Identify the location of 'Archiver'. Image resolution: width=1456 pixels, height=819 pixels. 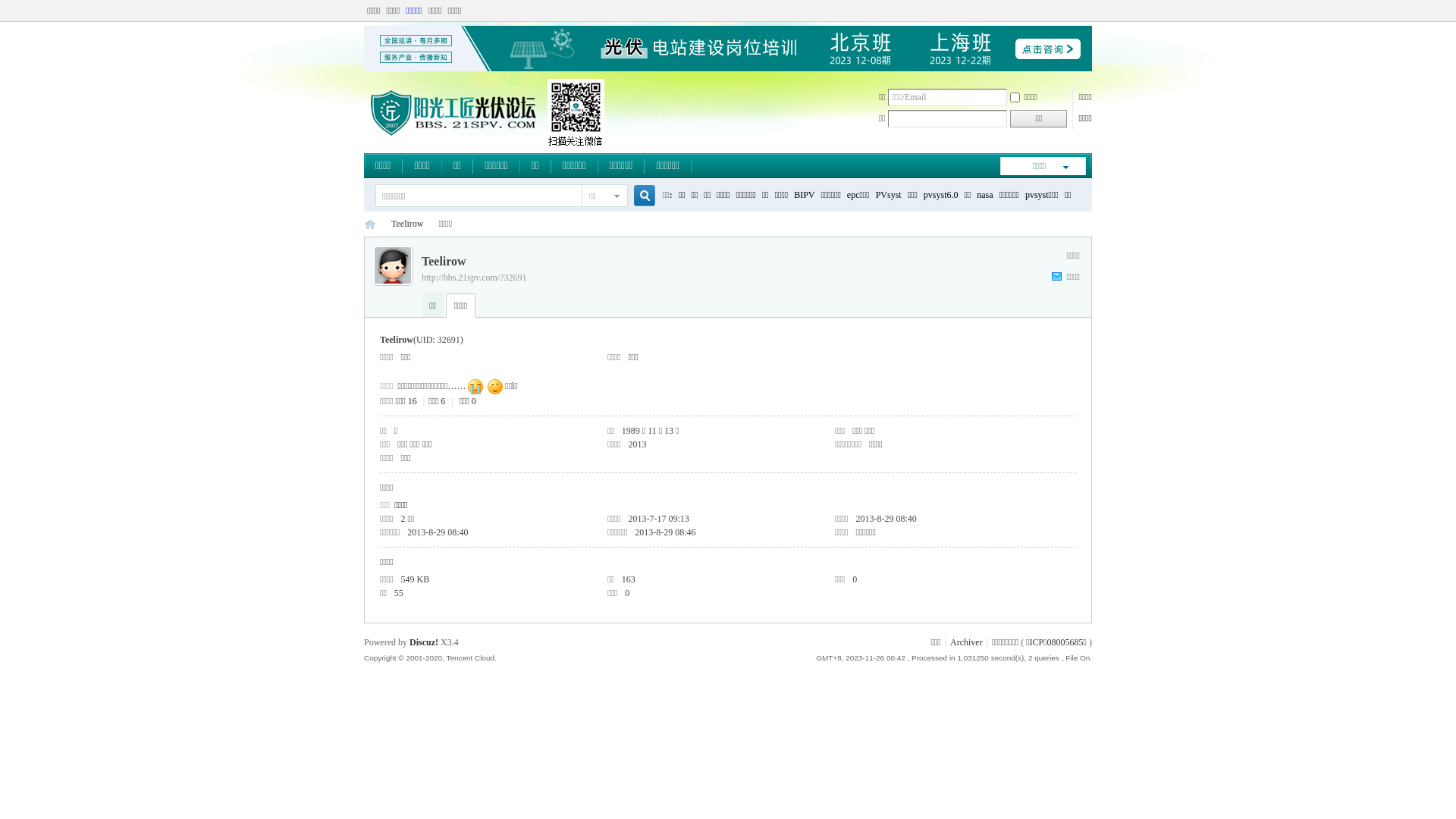
(965, 642).